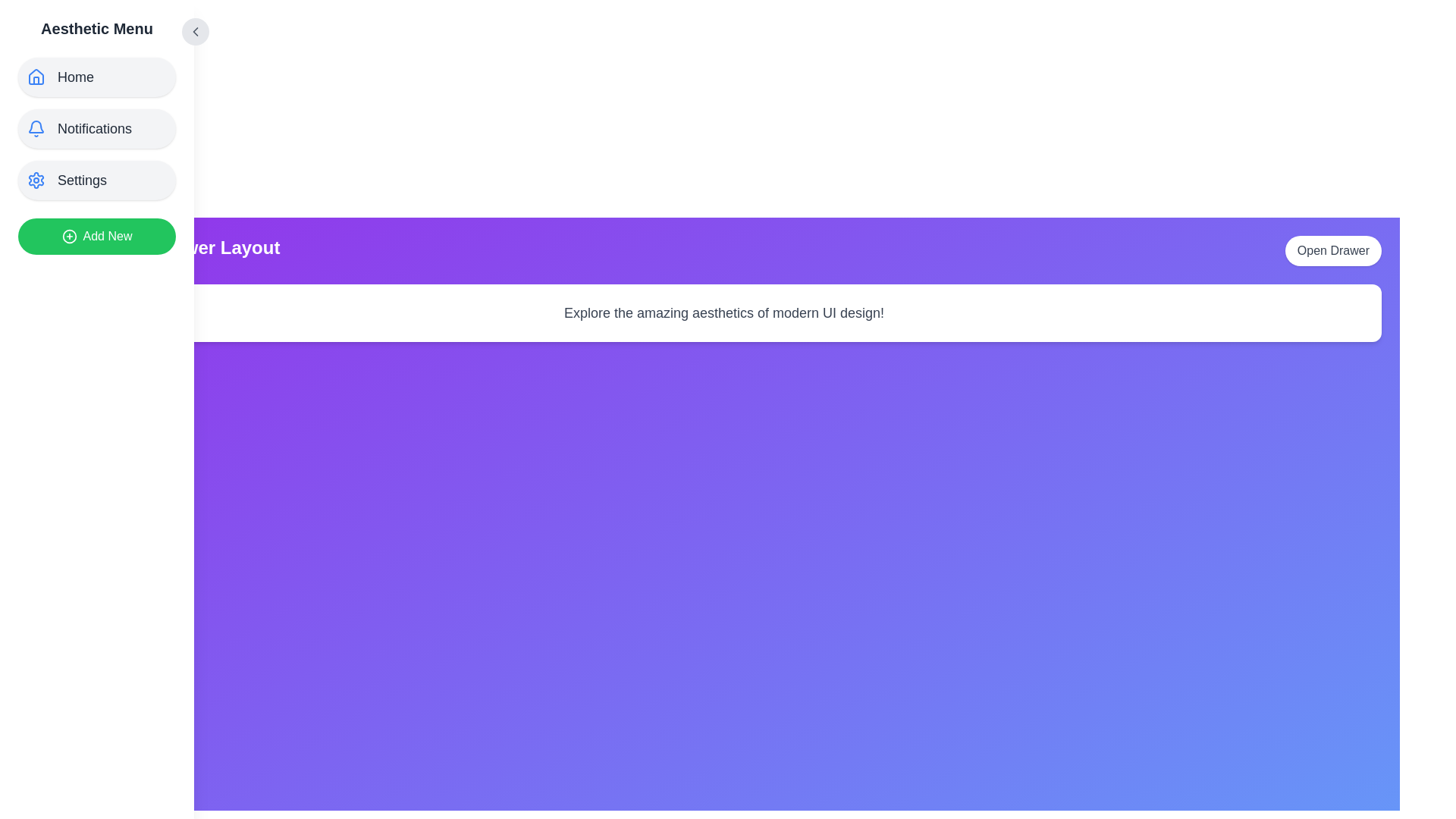  What do you see at coordinates (36, 76) in the screenshot?
I see `the 'Home' icon located at the top of the 'Aesthetic Menu' sidebar` at bounding box center [36, 76].